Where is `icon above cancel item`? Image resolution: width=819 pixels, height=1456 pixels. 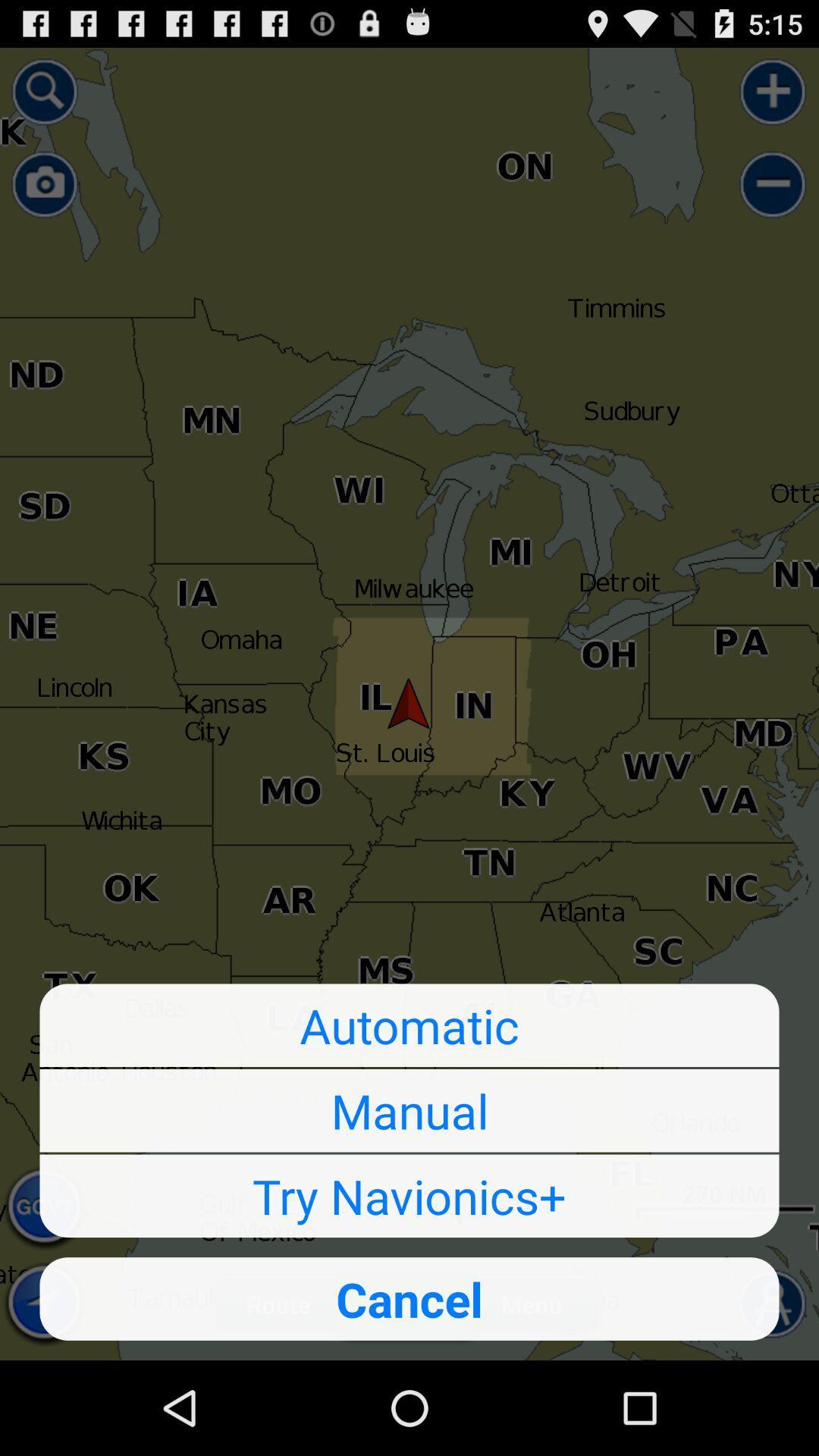 icon above cancel item is located at coordinates (409, 1195).